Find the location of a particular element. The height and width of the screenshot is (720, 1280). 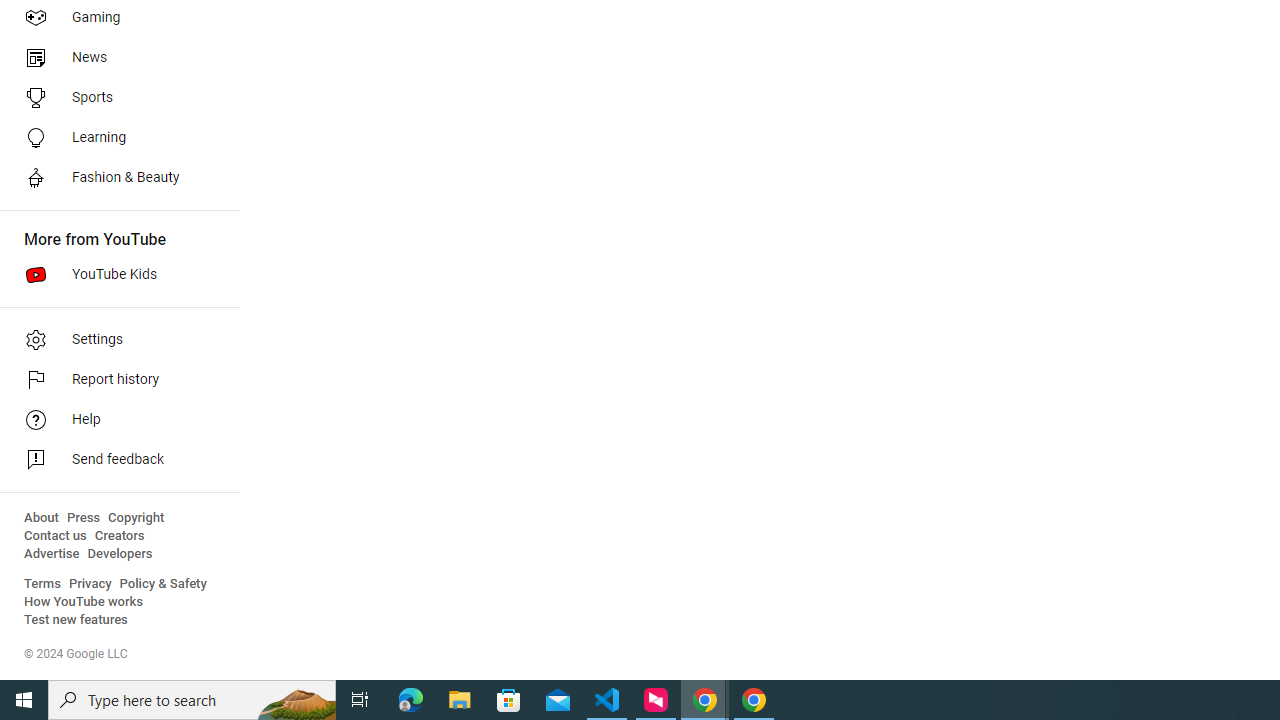

'Learning' is located at coordinates (112, 136).